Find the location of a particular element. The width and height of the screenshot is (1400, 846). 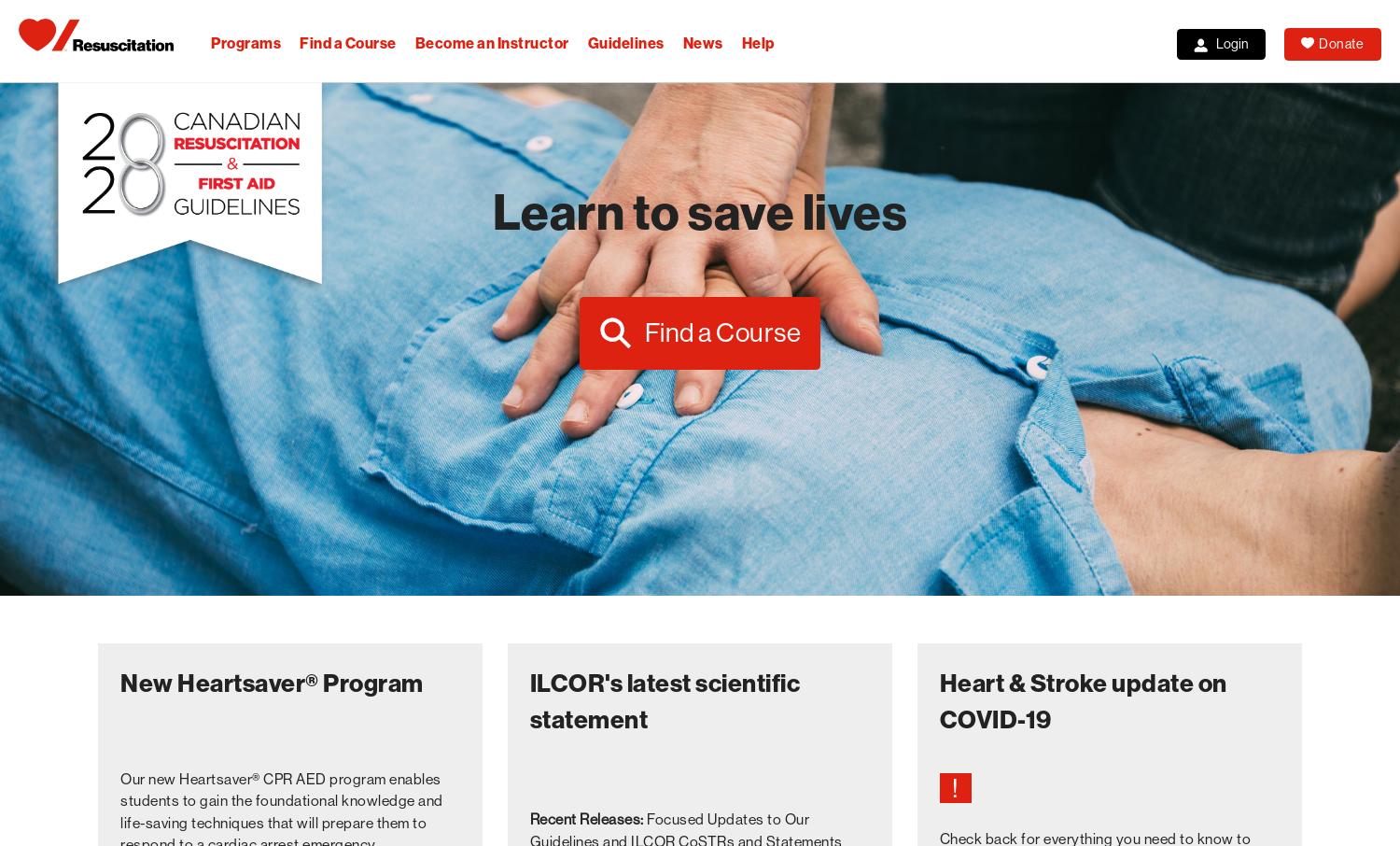

'Programs' is located at coordinates (245, 43).